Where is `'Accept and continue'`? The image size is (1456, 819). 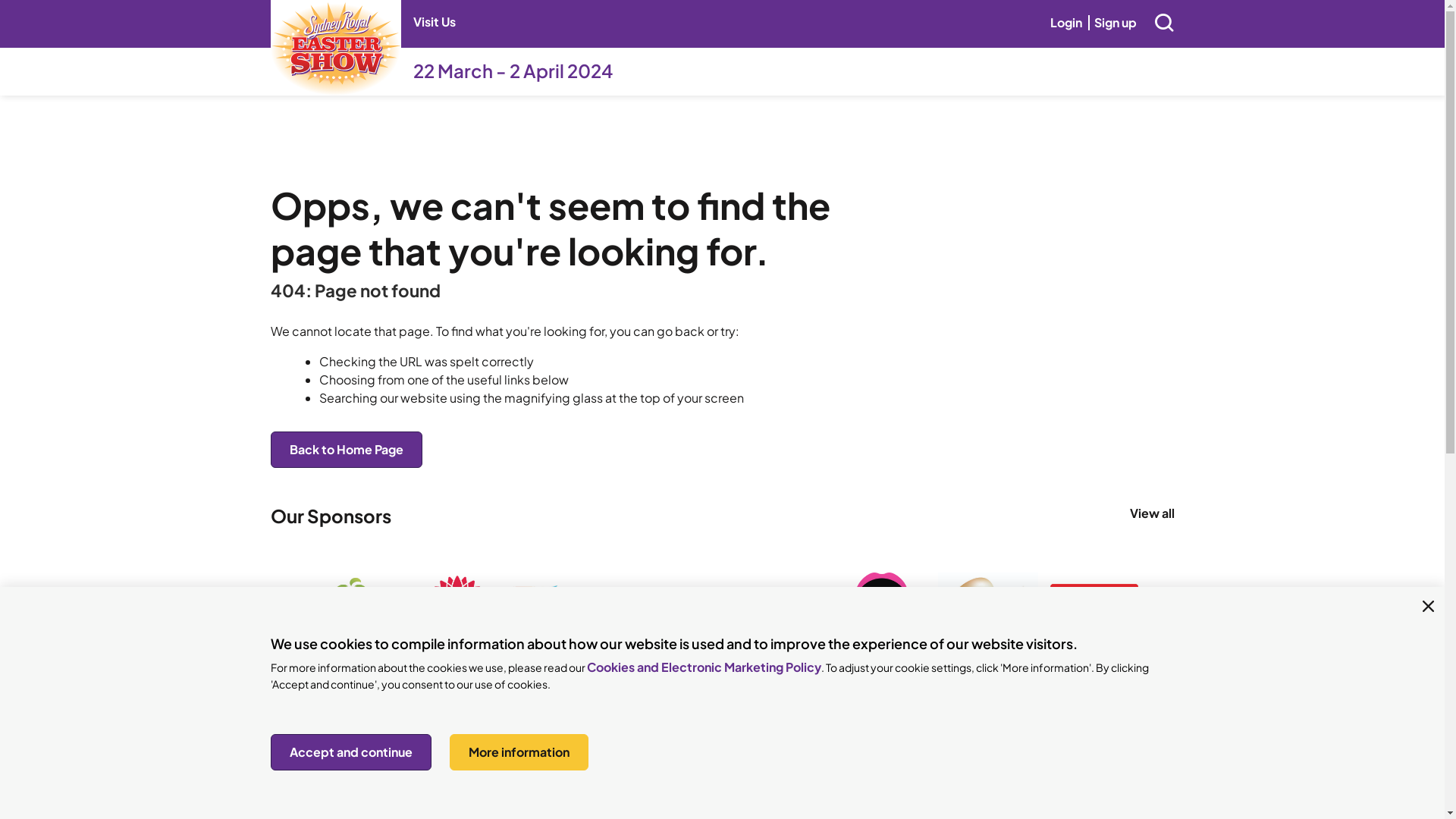 'Accept and continue' is located at coordinates (349, 752).